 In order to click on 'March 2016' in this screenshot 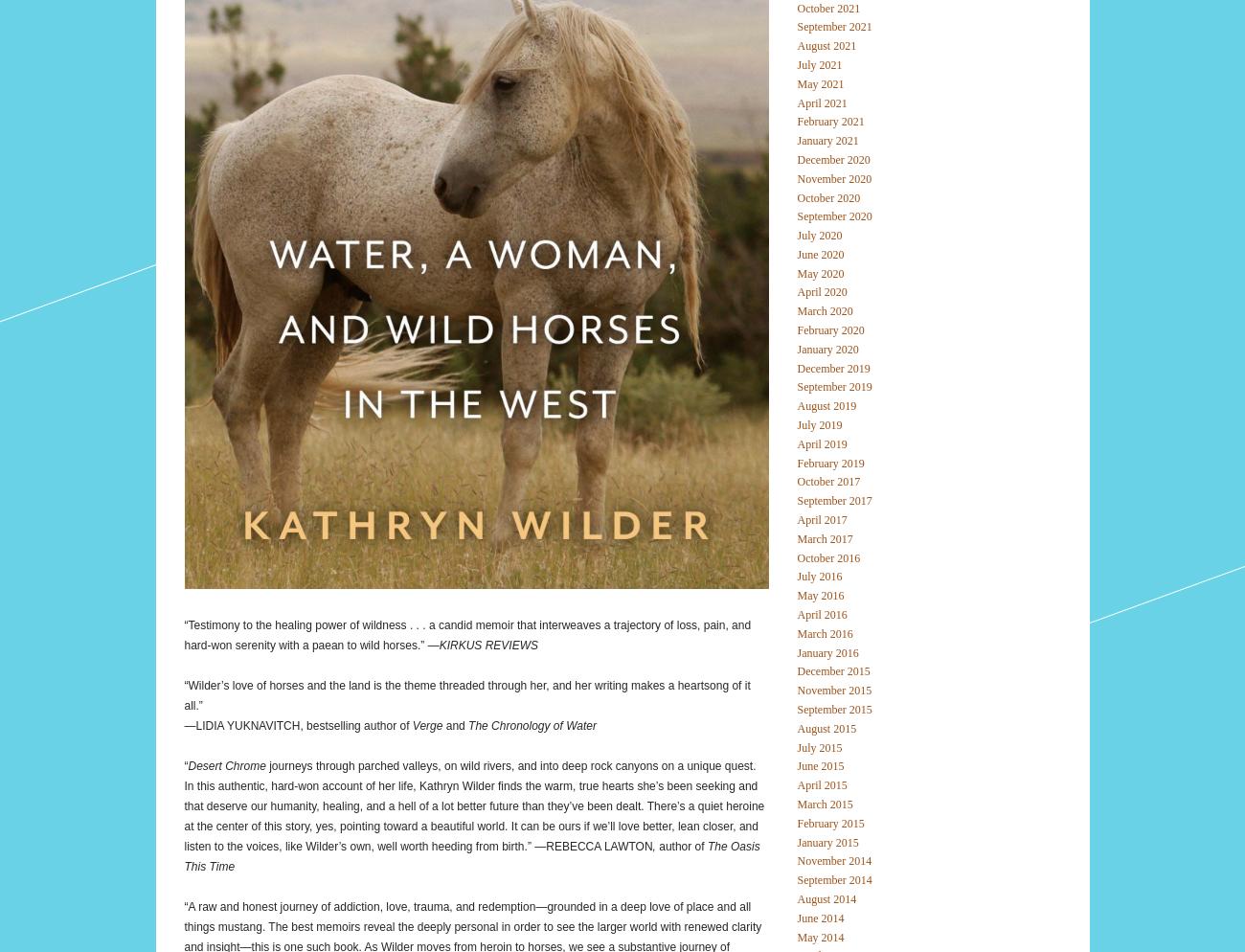, I will do `click(824, 633)`.